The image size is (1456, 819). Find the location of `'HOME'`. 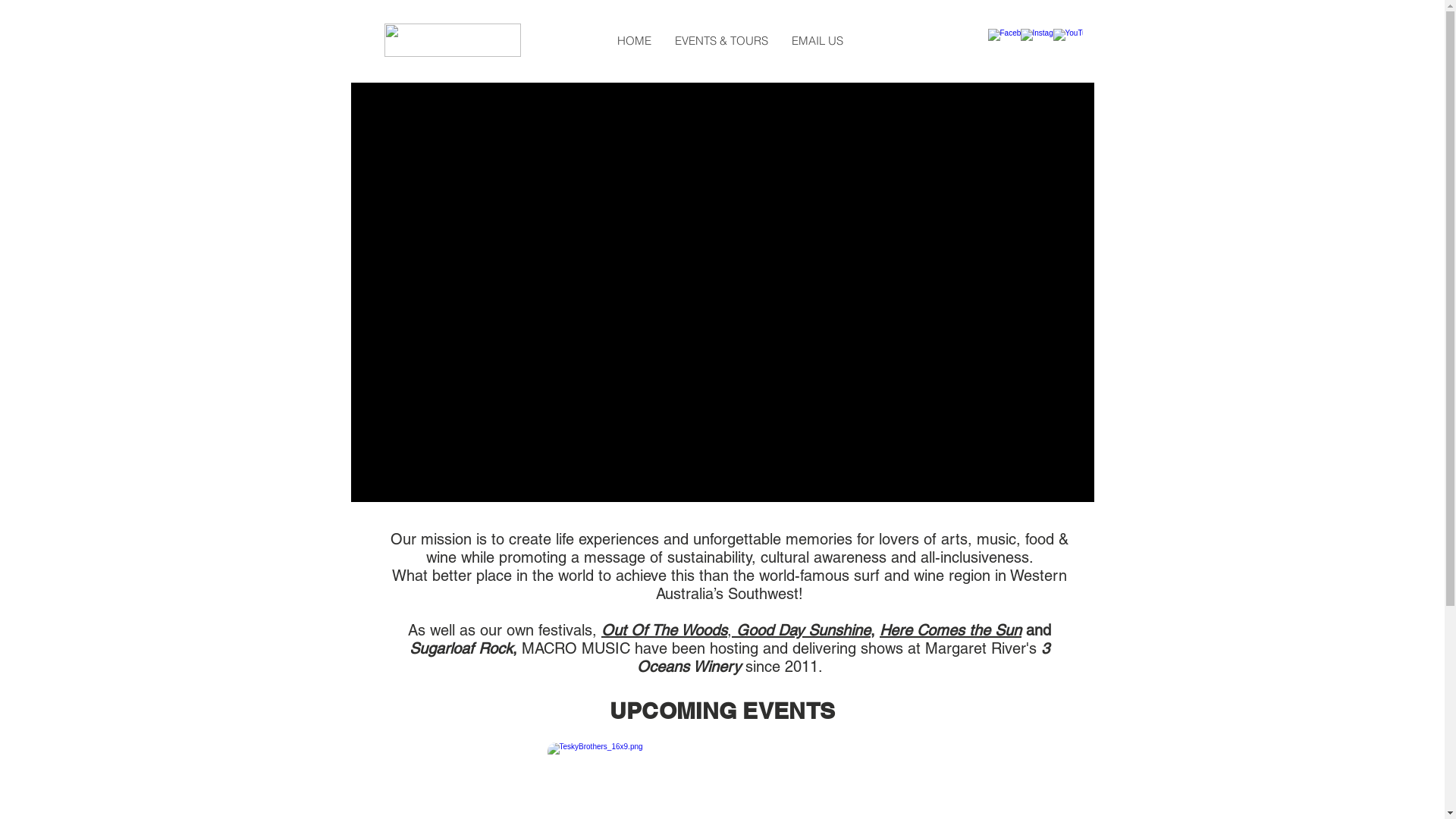

'HOME' is located at coordinates (633, 39).